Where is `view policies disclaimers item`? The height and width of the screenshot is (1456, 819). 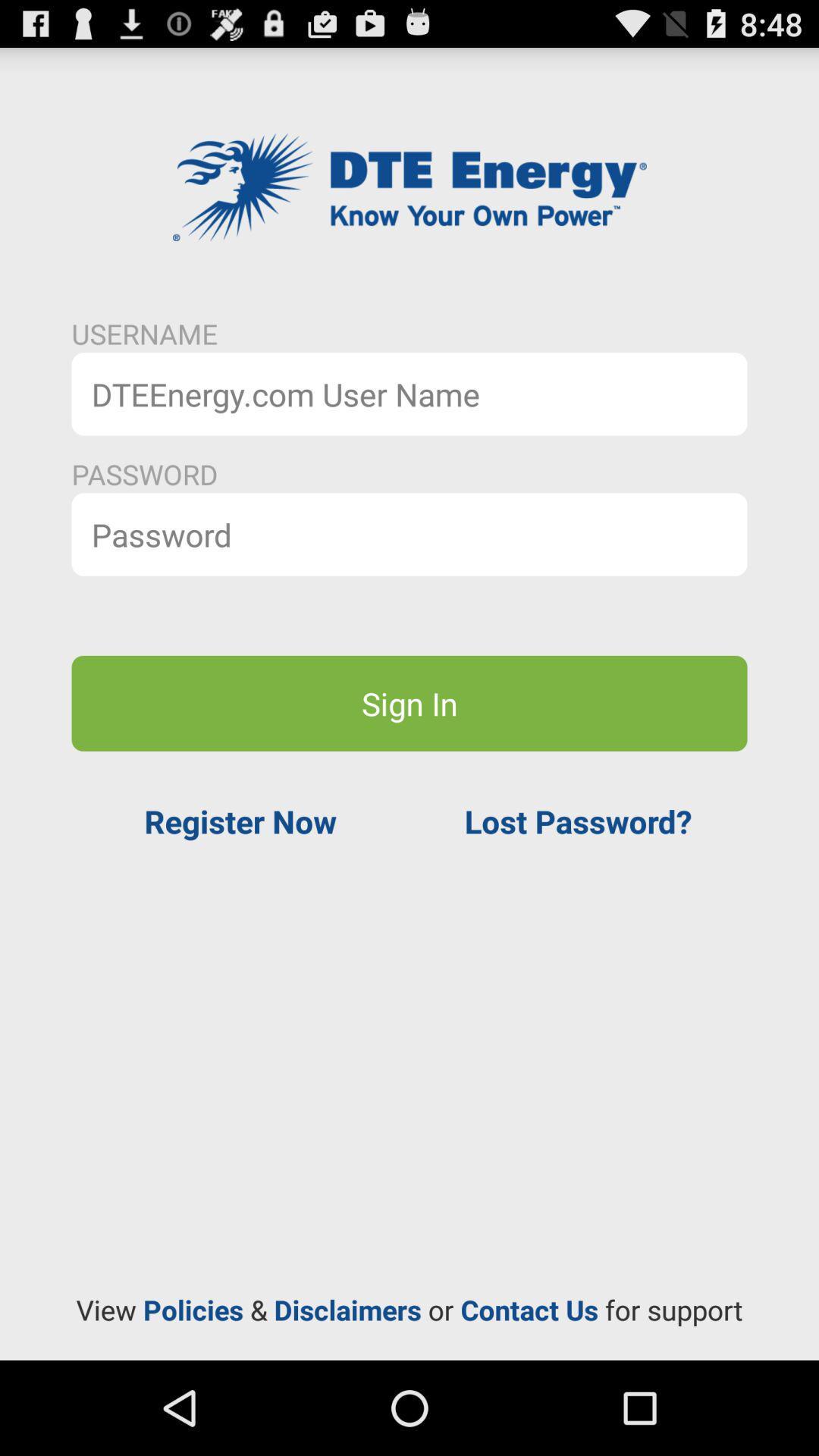 view policies disclaimers item is located at coordinates (409, 1309).